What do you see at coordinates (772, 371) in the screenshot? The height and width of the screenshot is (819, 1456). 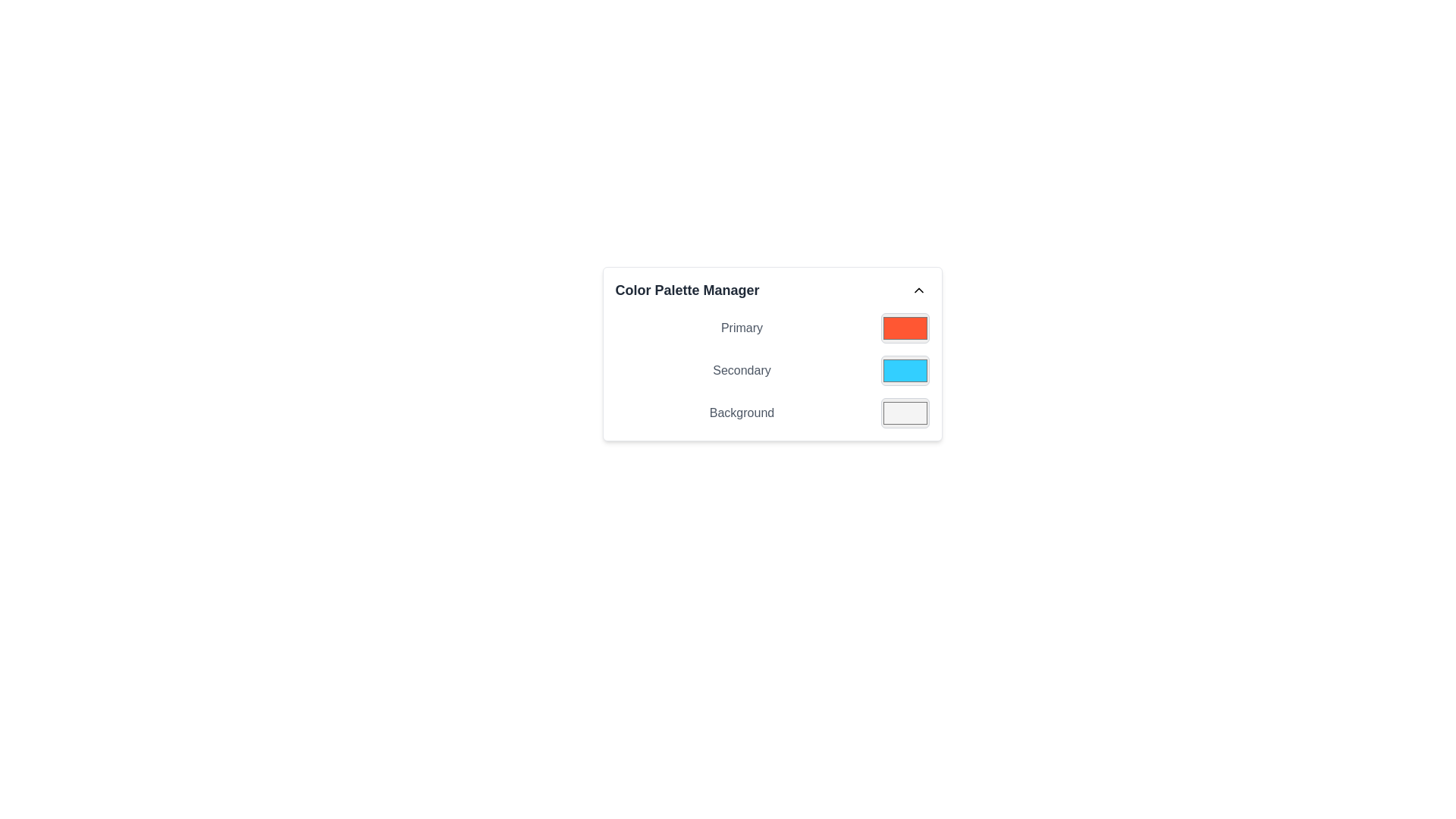 I see `the color swatch` at bounding box center [772, 371].